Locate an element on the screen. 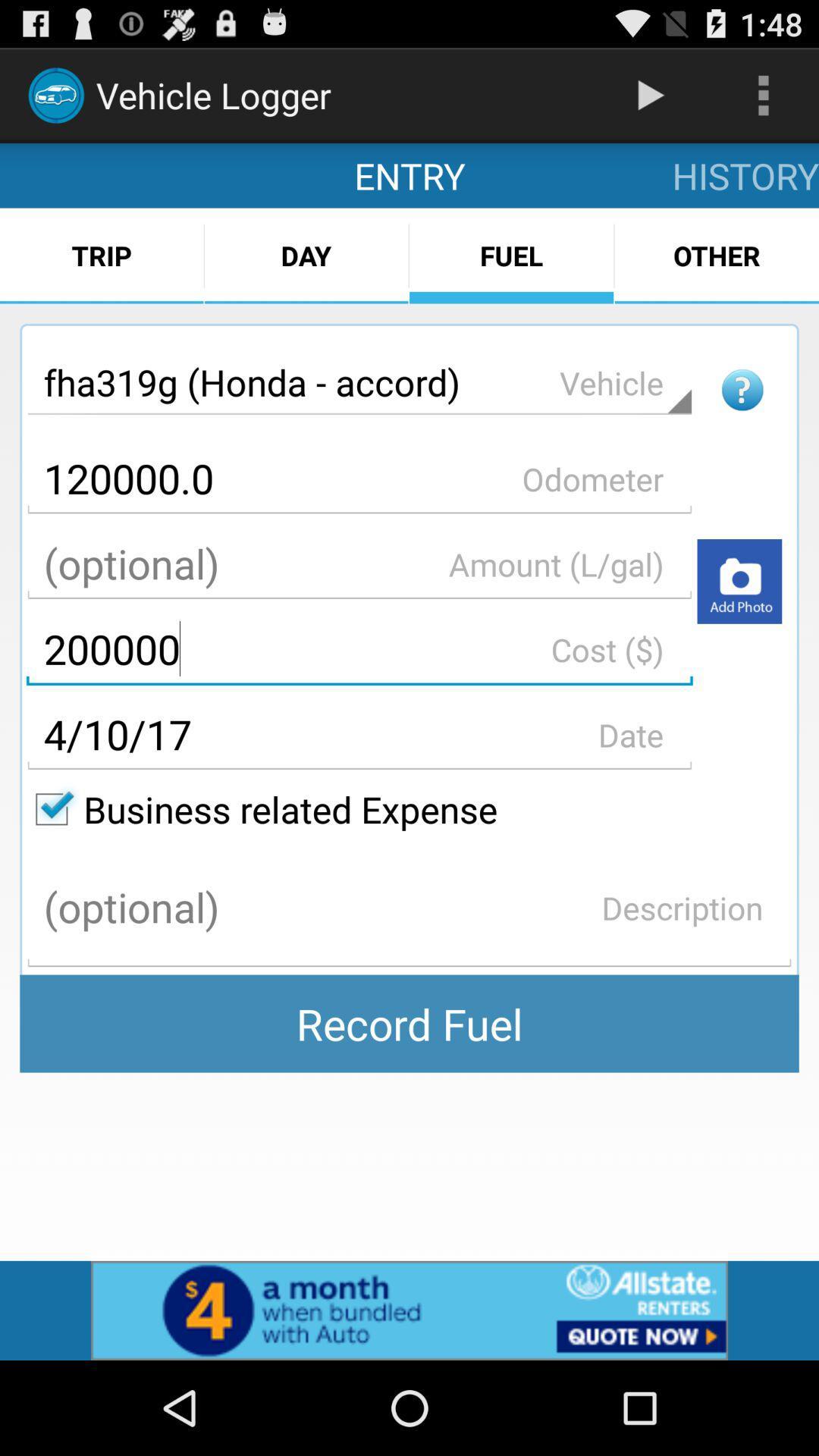  photo is located at coordinates (739, 580).